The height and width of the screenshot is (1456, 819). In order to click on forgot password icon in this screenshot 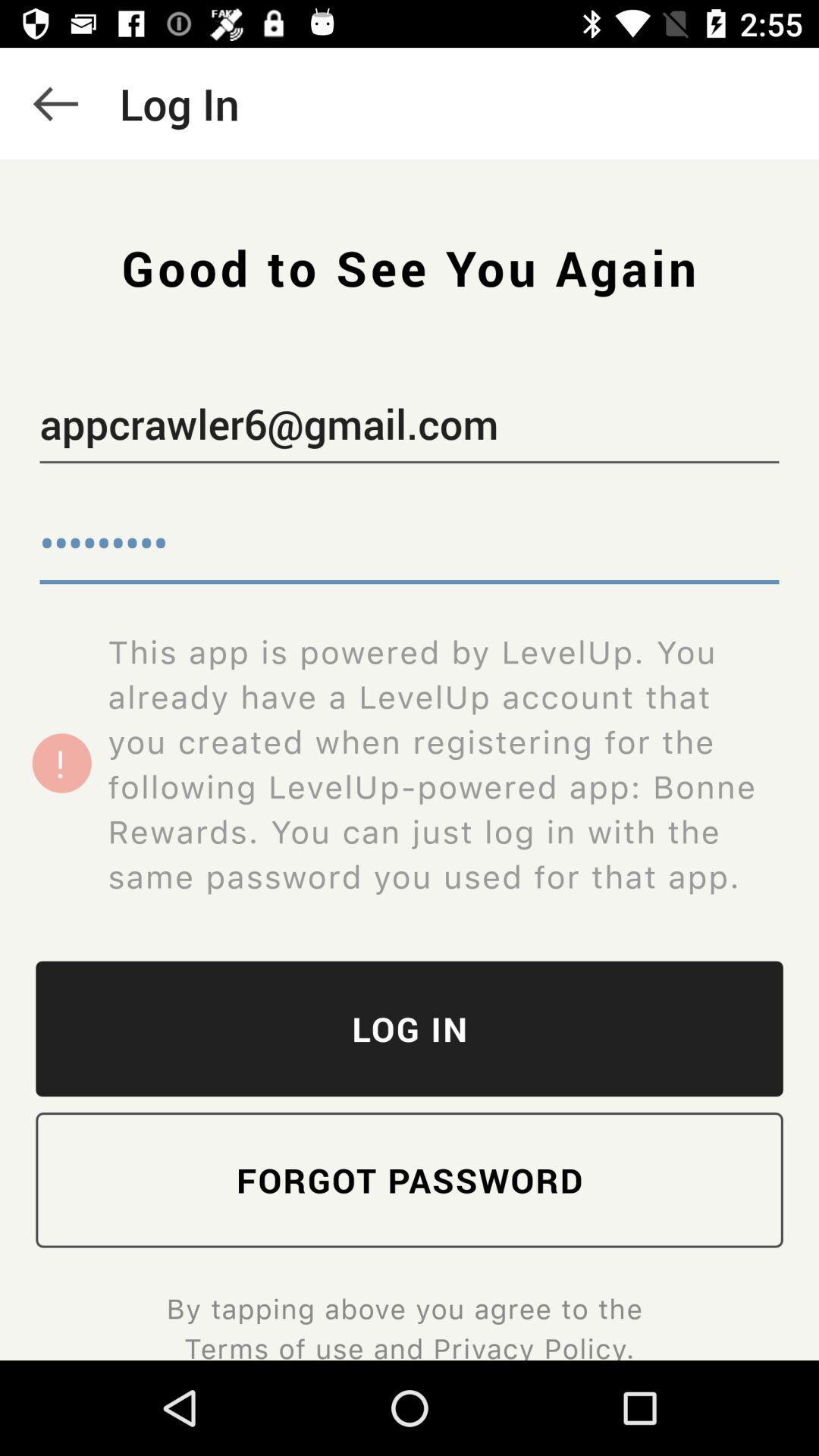, I will do `click(409, 1179)`.